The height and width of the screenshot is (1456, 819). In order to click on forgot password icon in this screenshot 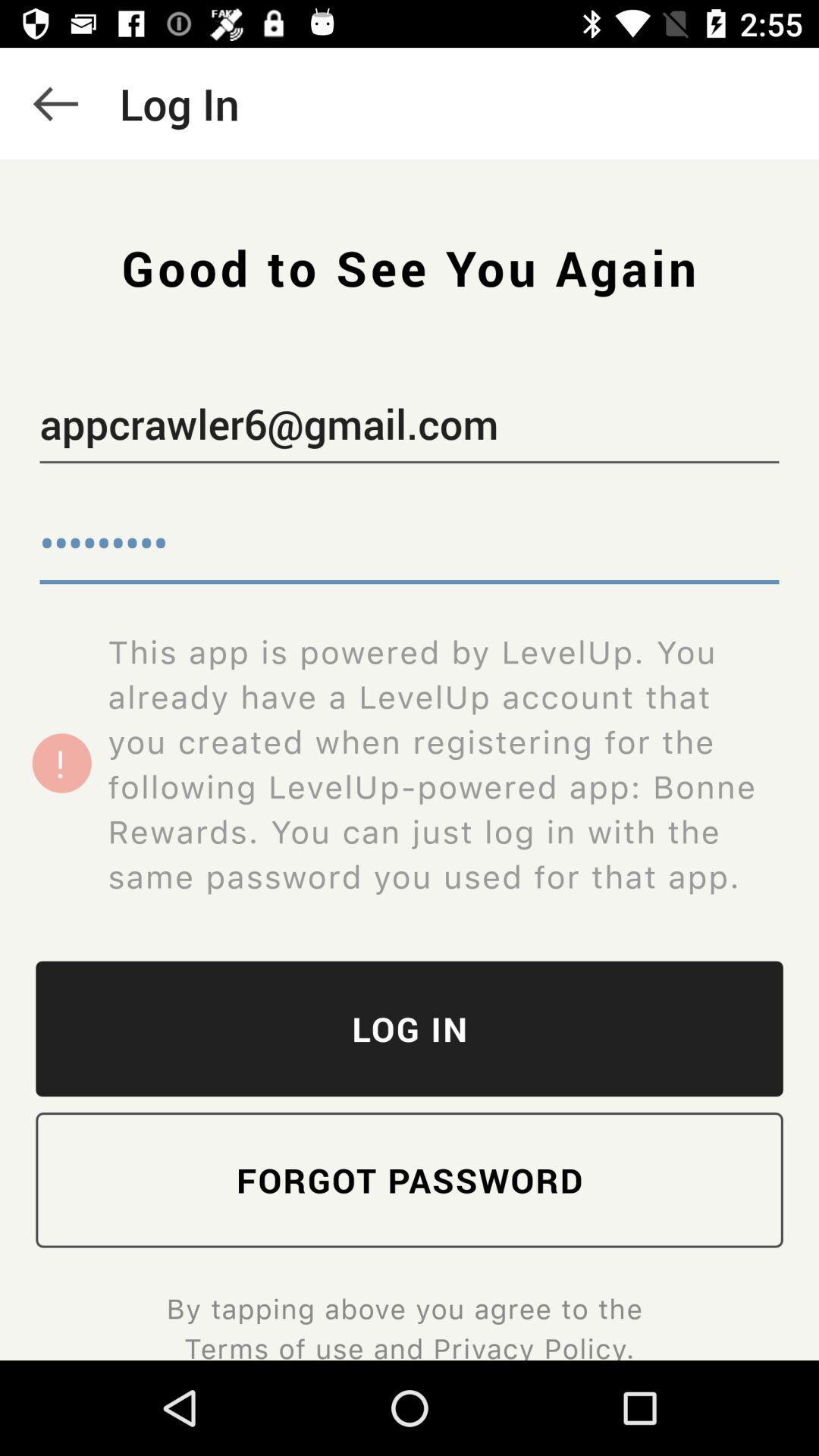, I will do `click(409, 1179)`.